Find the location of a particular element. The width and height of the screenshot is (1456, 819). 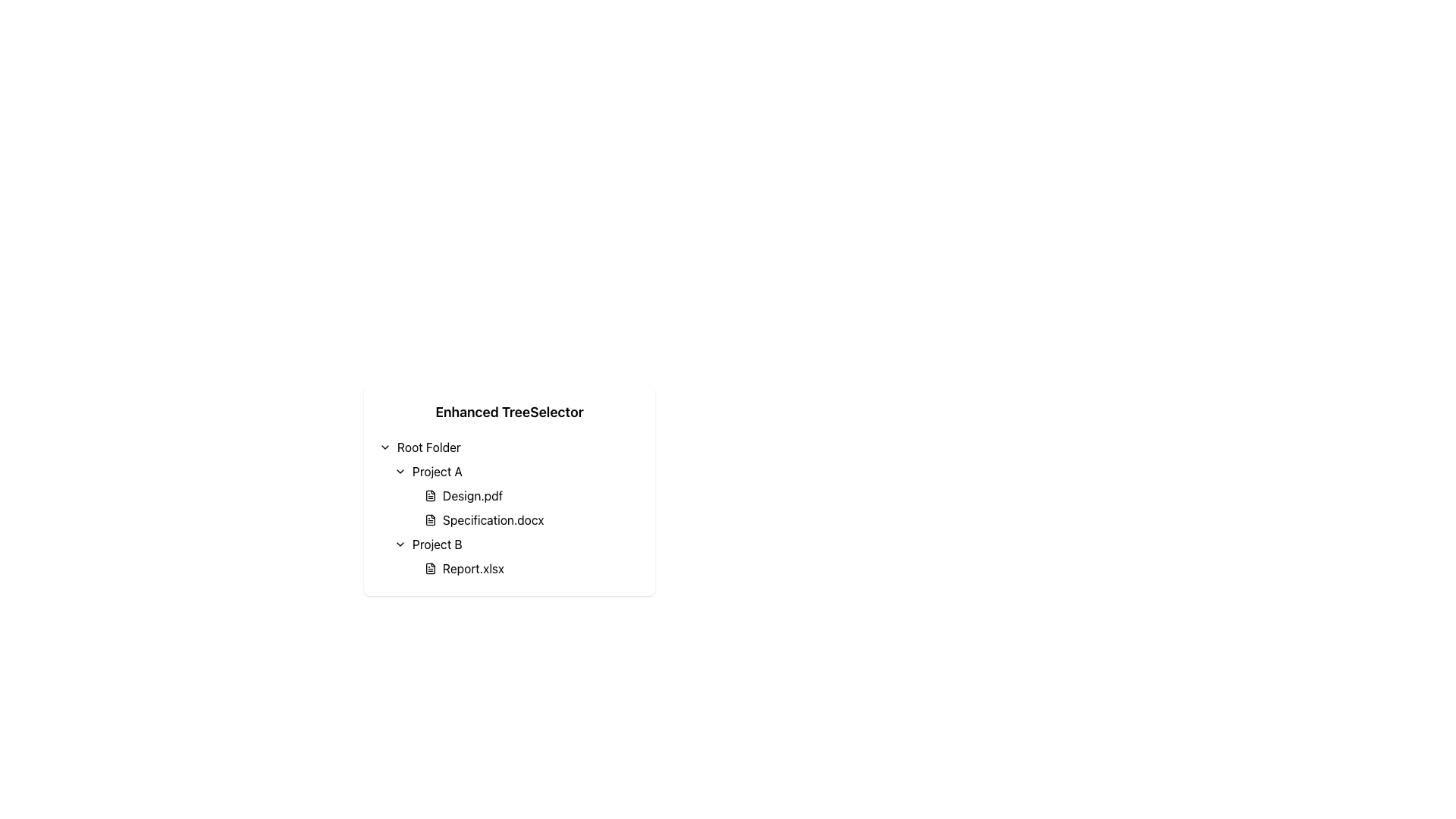

the downward arrow icon next to 'Project B' is located at coordinates (400, 543).